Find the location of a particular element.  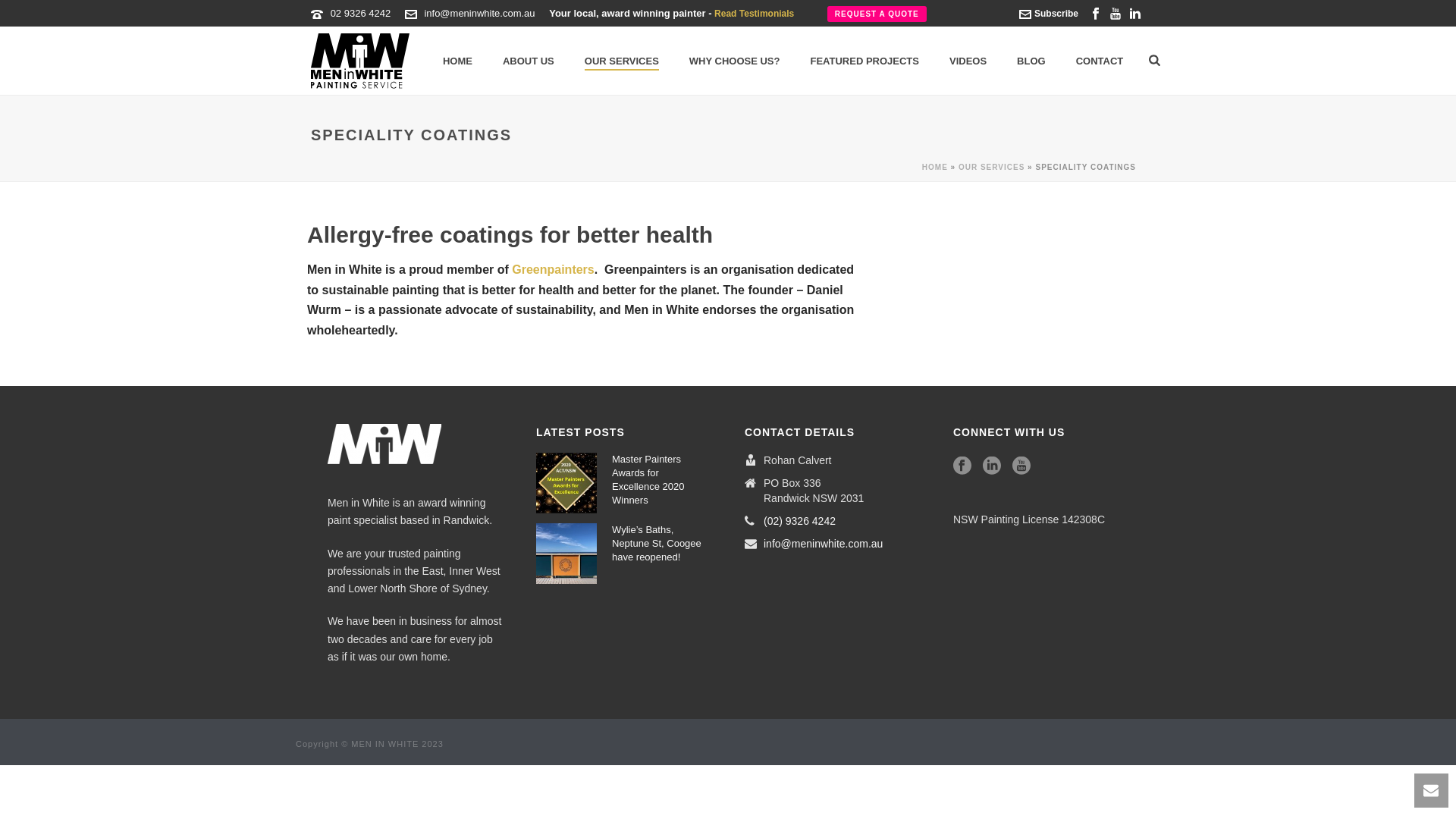

'REQUEST A QUOTE' is located at coordinates (826, 14).